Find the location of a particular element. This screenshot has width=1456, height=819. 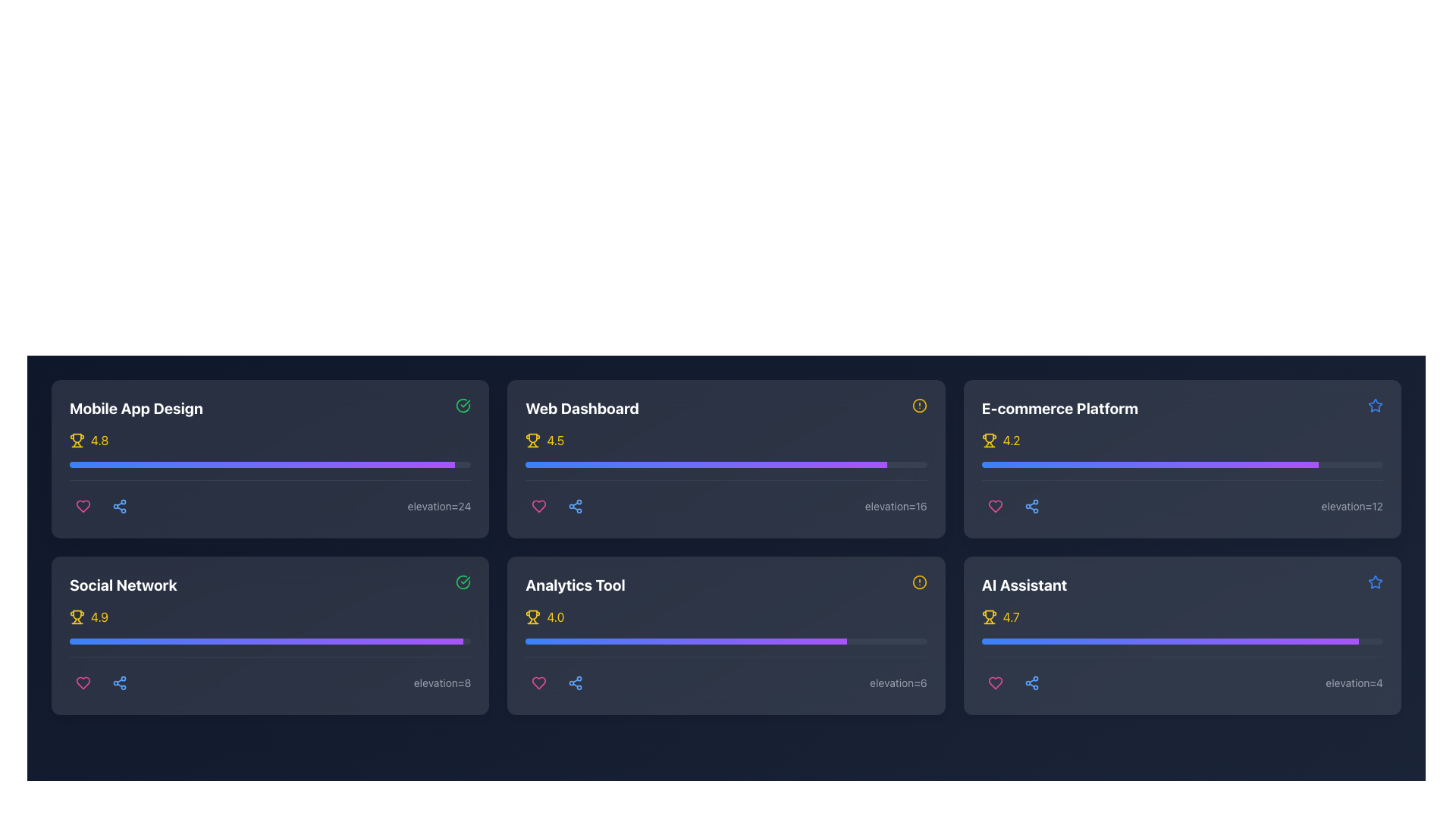

the 'Mobile App Design' card component, which is the first card in the grid layout, located at the top-left corner and contains interactive icons for liking or sharing is located at coordinates (270, 458).